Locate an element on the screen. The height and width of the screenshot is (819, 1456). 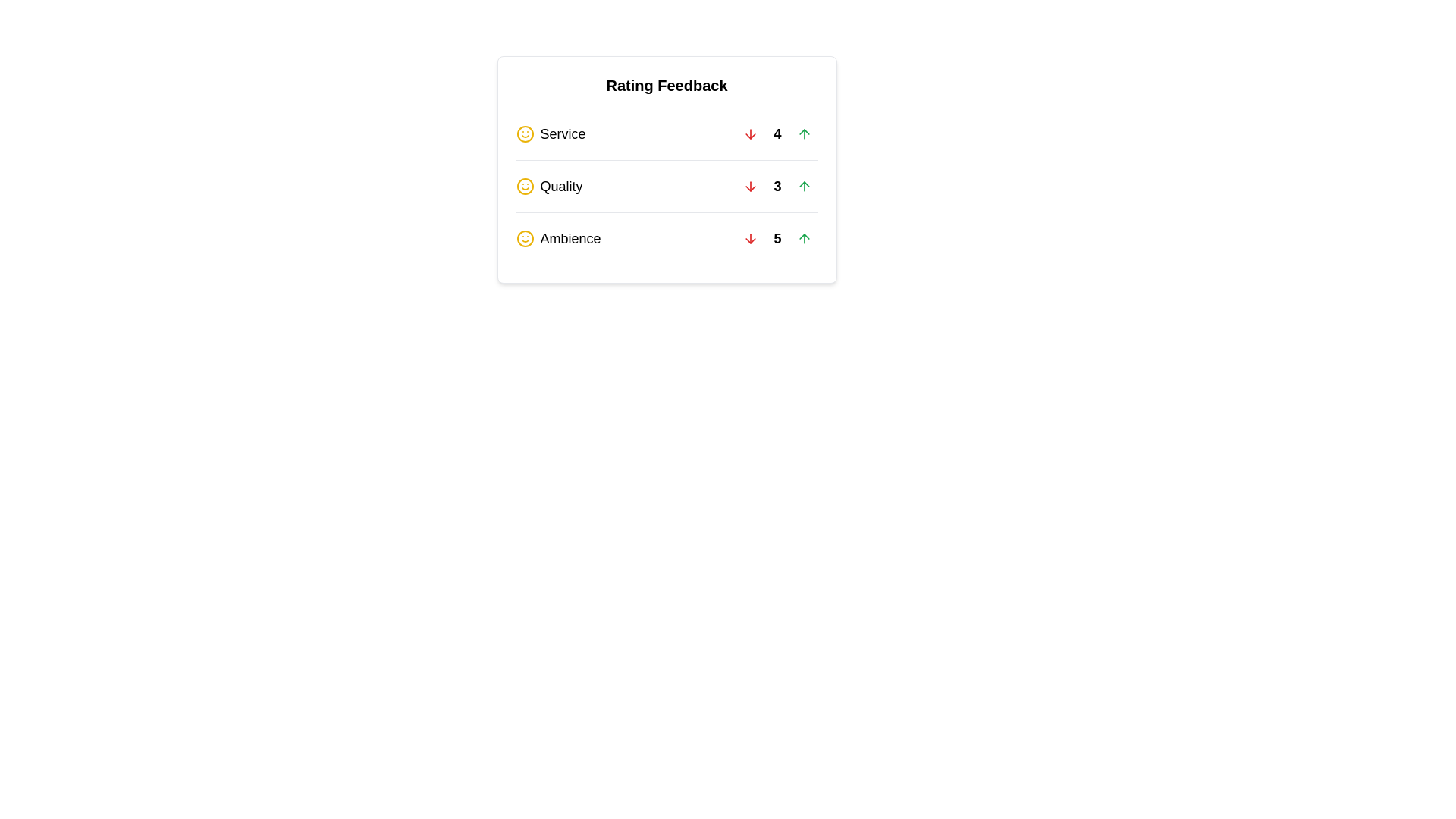
the button to the left of the number '3' in the 'Quality' section to decrease the rating for the Quality metric is located at coordinates (751, 186).